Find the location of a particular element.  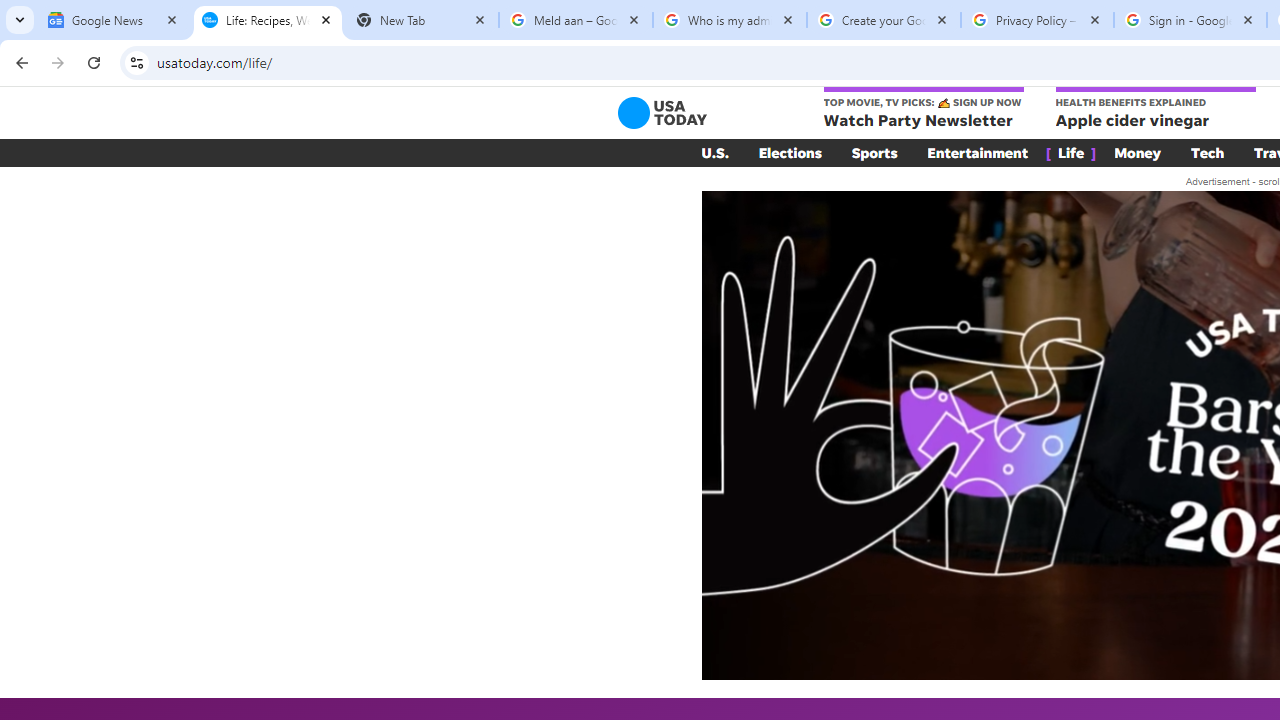

'USA TODAY' is located at coordinates (661, 113).